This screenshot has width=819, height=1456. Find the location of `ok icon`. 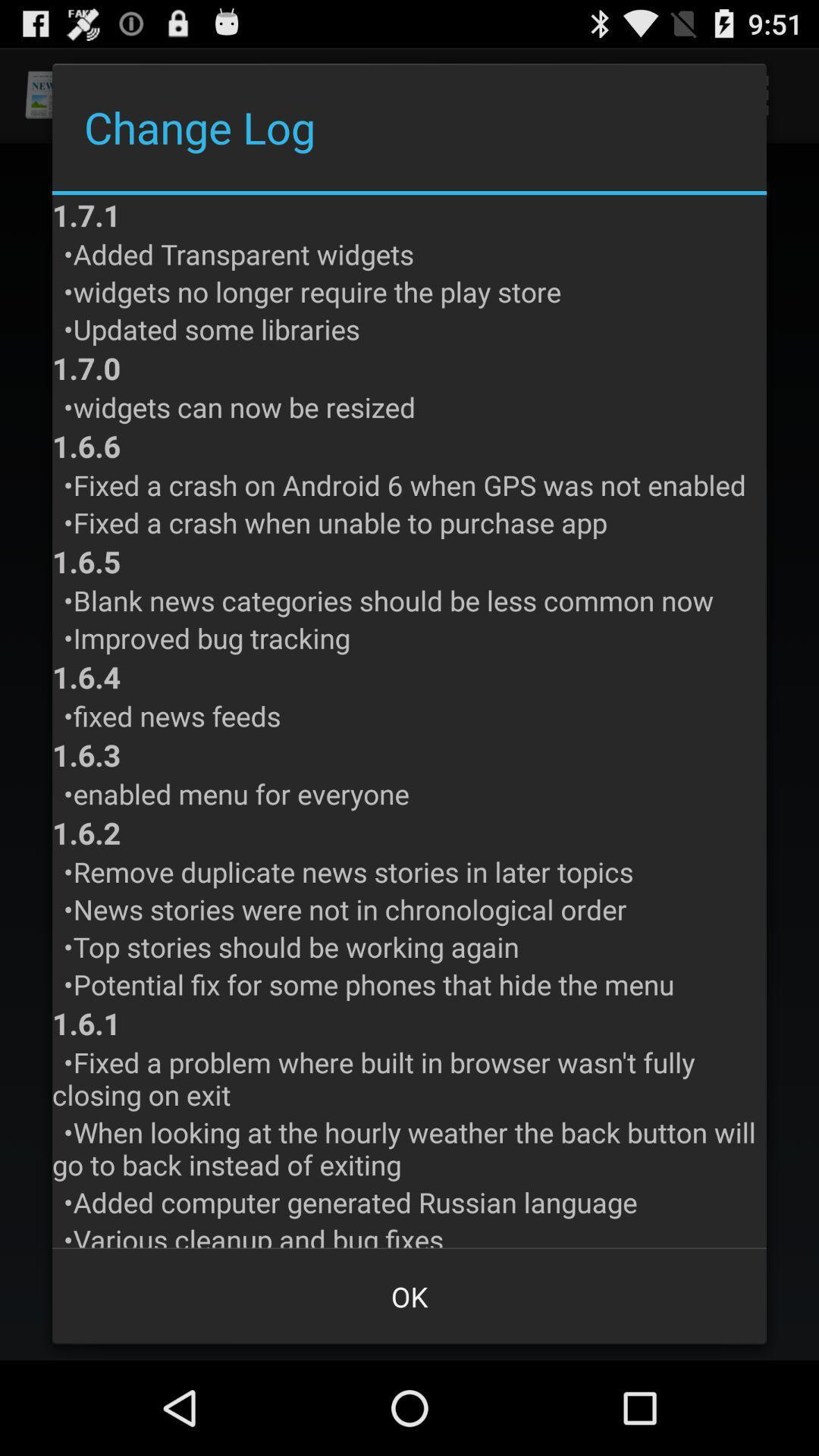

ok icon is located at coordinates (409, 1295).